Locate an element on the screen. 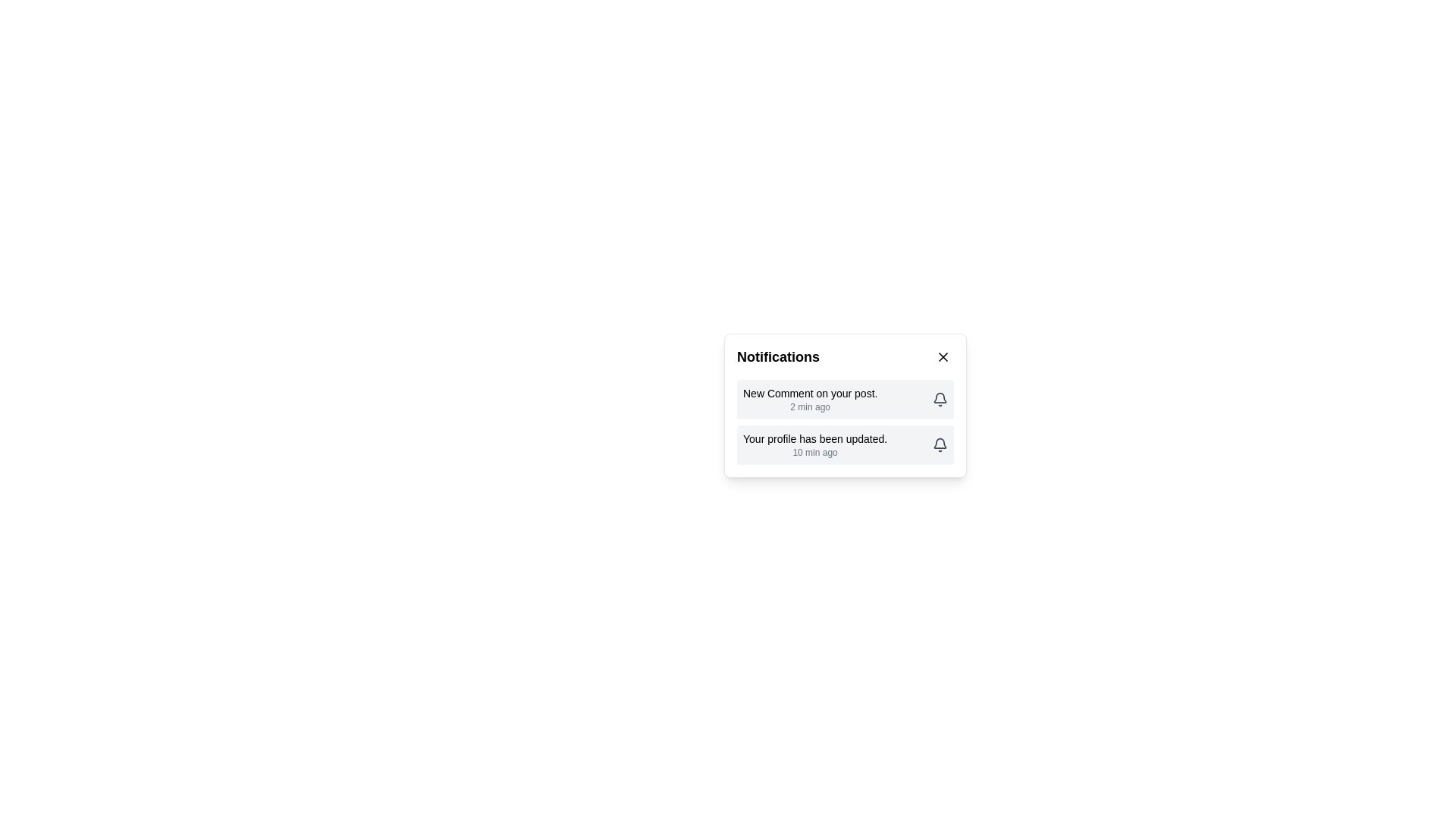 The image size is (1456, 819). the static text label displaying '2 min ago', which is located beneath the main notification message in the pop-up notification UI is located at coordinates (809, 406).